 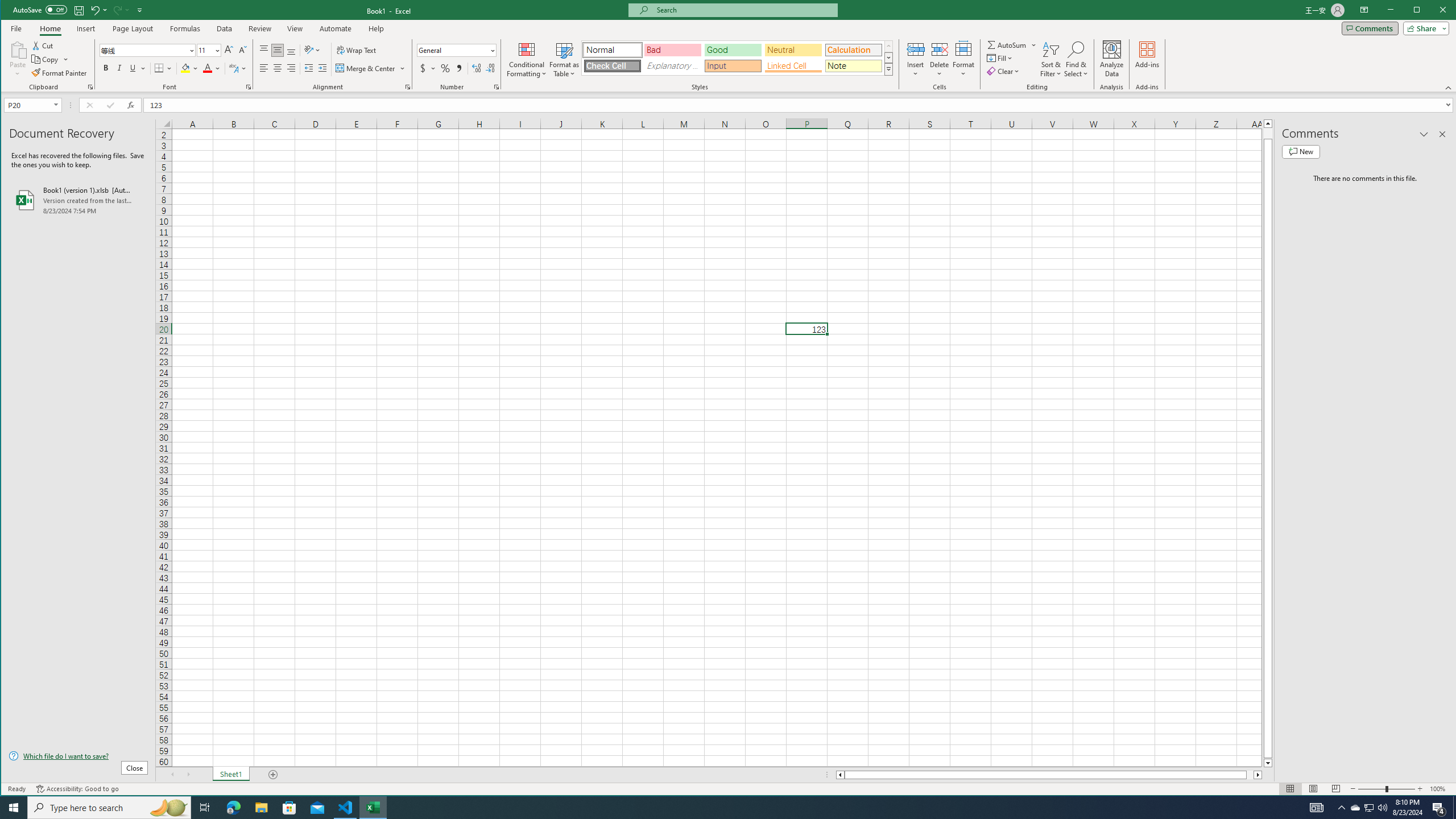 I want to click on 'Task View', so click(x=204, y=806).